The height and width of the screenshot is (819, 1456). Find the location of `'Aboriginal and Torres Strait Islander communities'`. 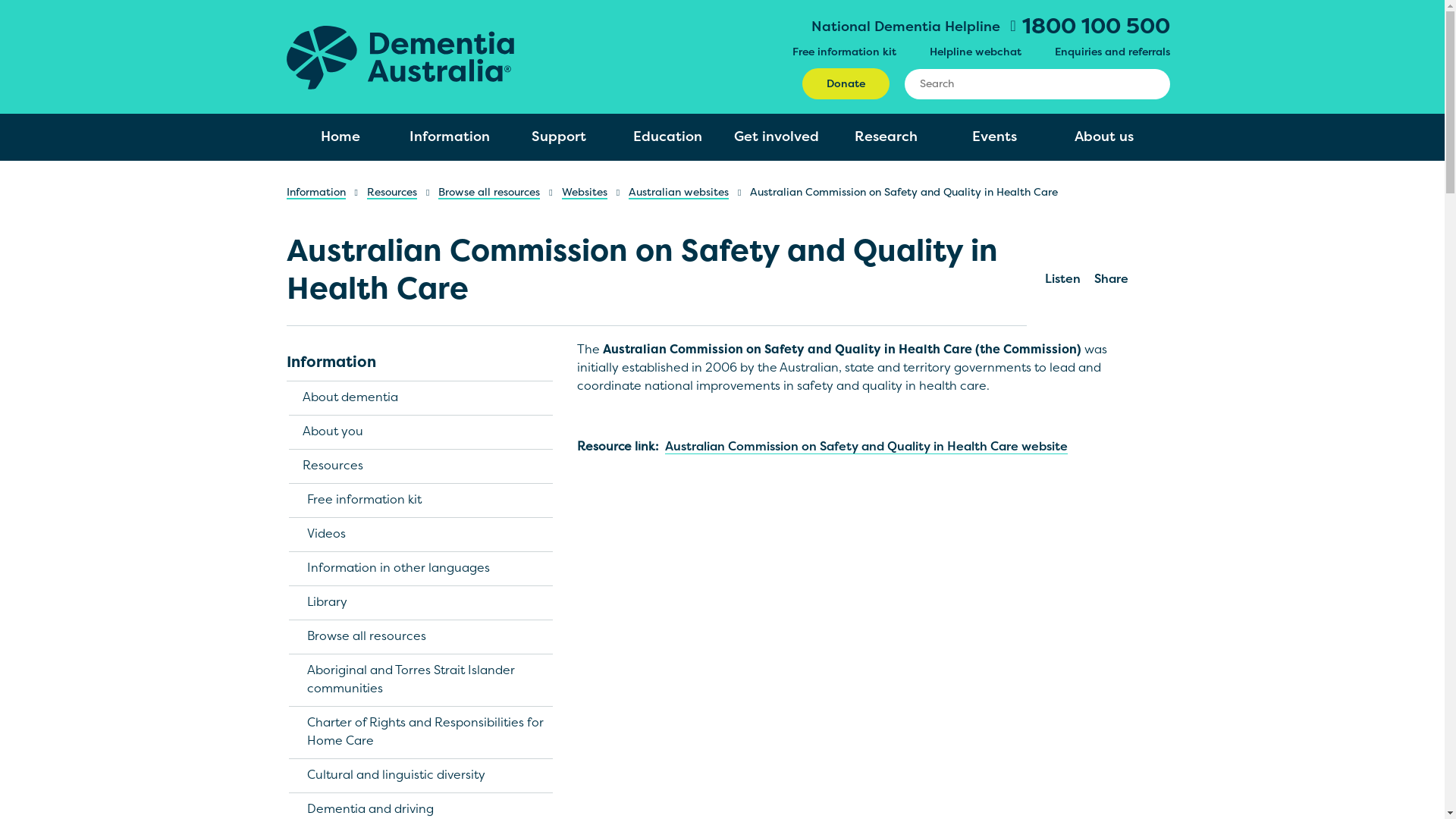

'Aboriginal and Torres Strait Islander communities' is located at coordinates (421, 679).